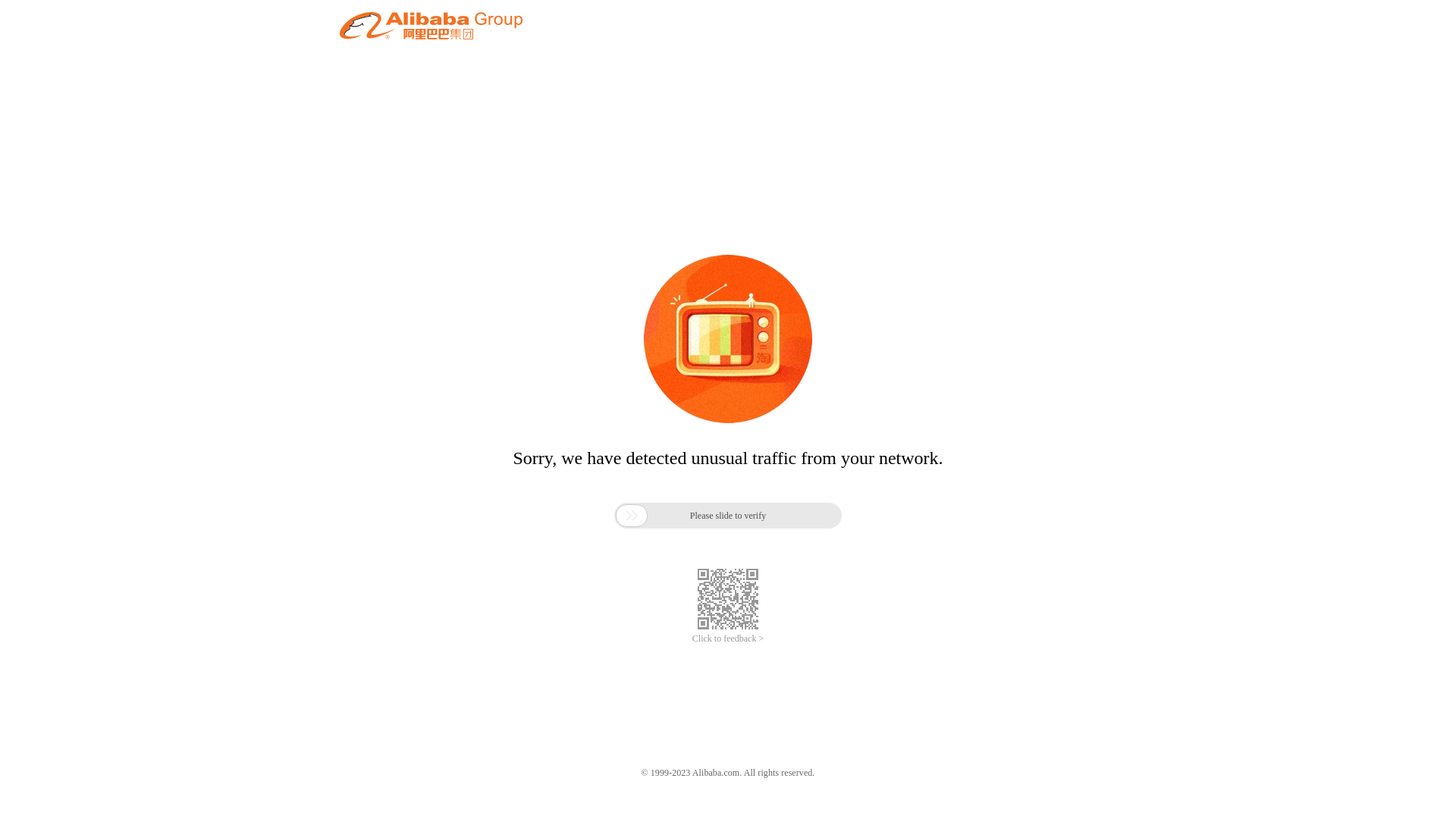  What do you see at coordinates (728, 639) in the screenshot?
I see `'Click to feedback >'` at bounding box center [728, 639].